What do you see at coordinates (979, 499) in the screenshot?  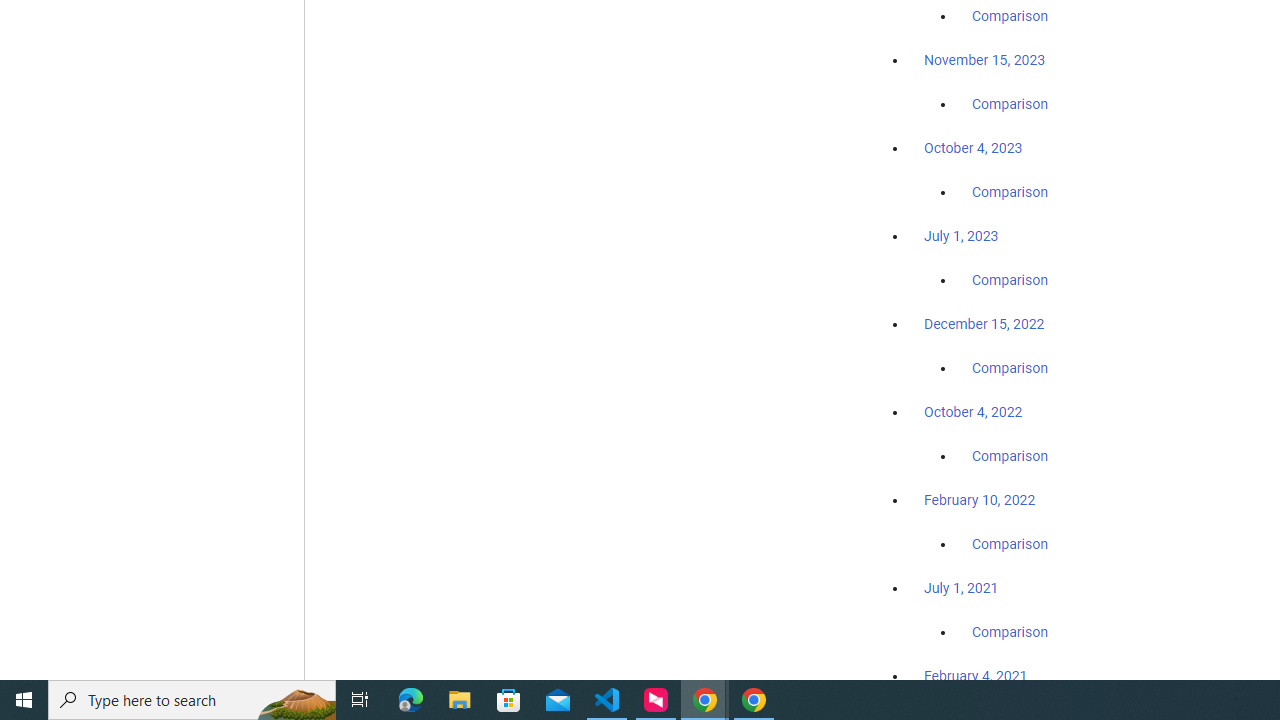 I see `'February 10, 2022'` at bounding box center [979, 499].